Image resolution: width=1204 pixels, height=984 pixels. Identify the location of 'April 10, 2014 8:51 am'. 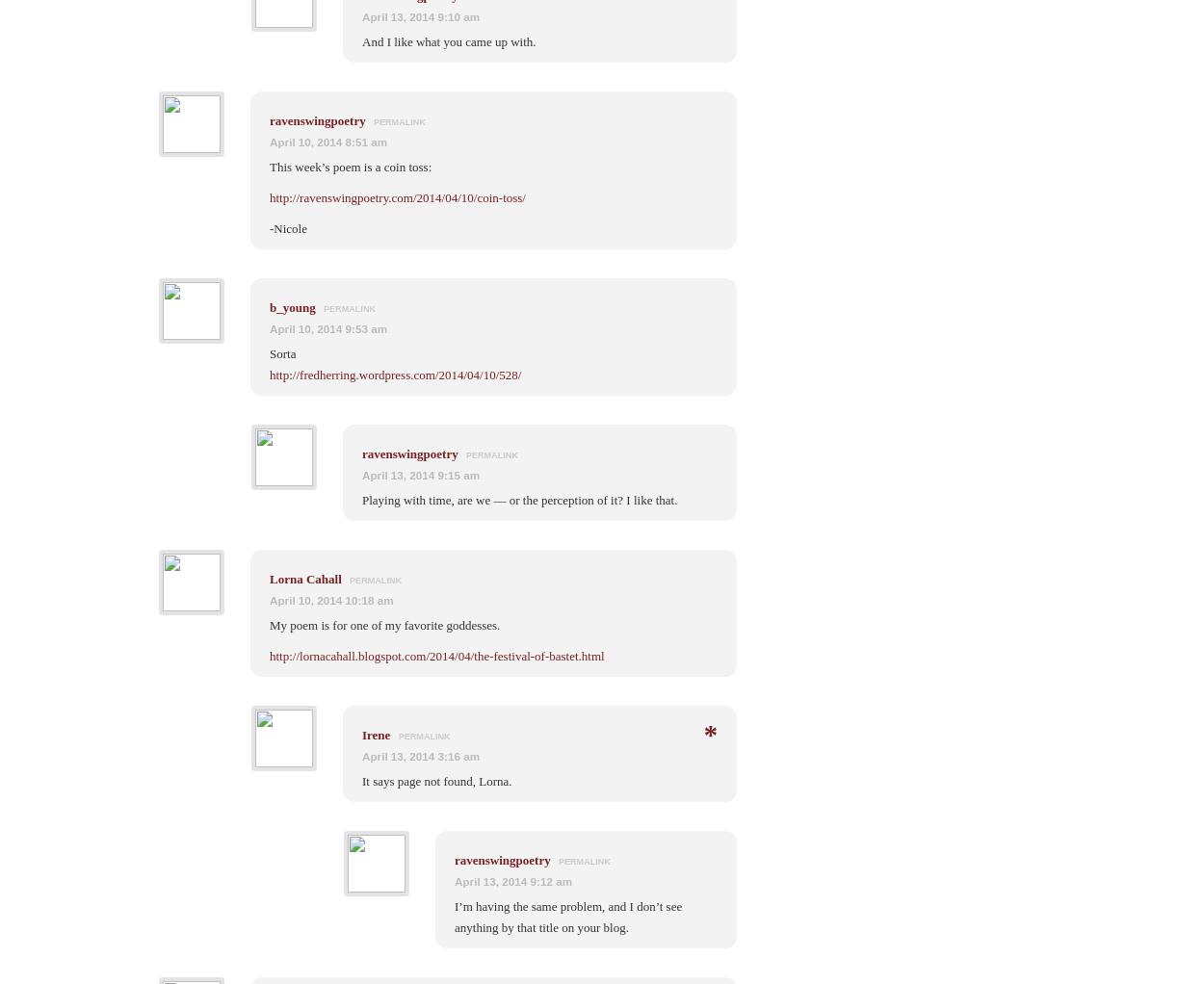
(327, 141).